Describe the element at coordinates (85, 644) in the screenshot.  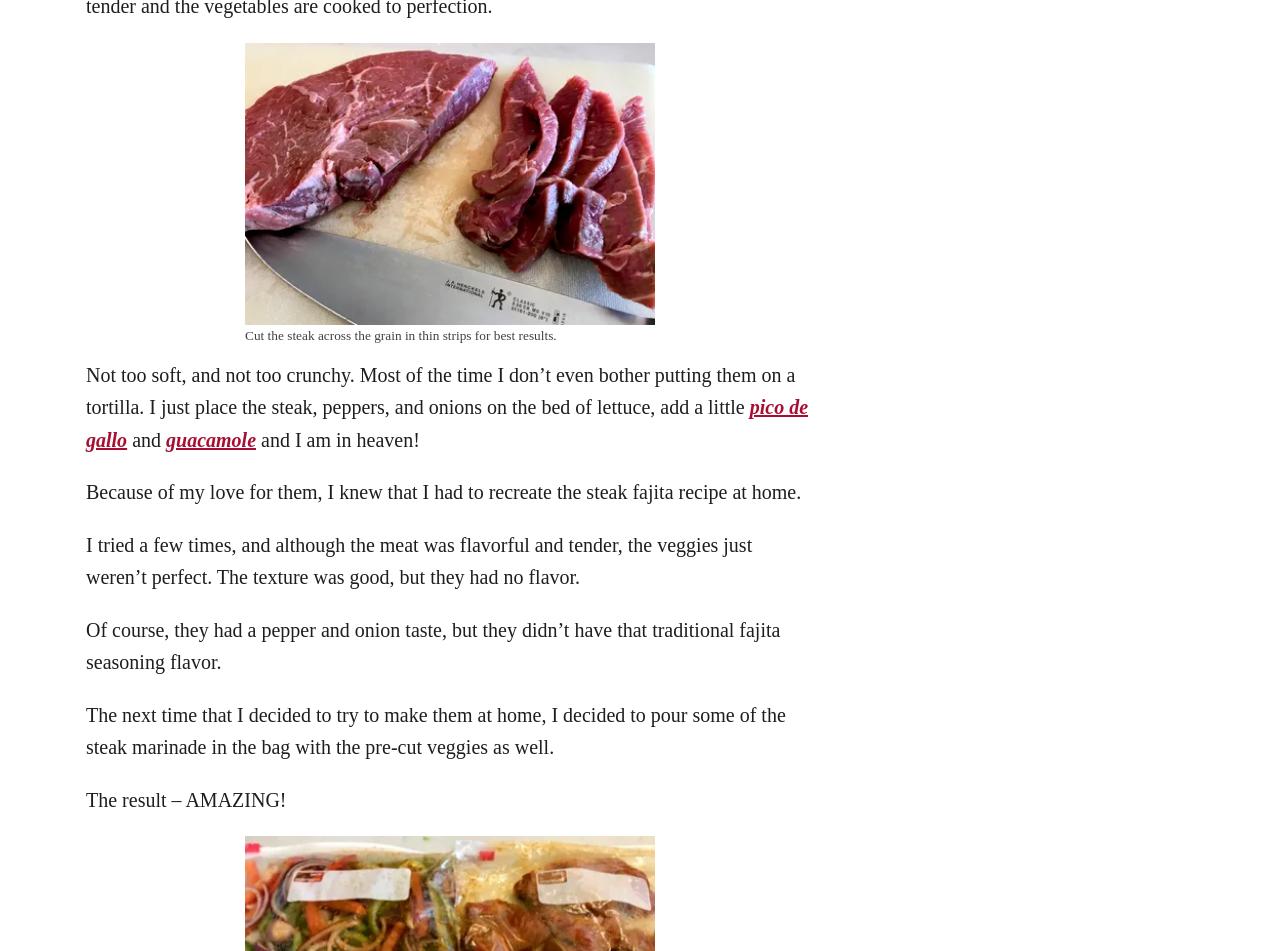
I see `'Of course, they had a pepper and onion taste, but they didn’t have that traditional fajita seasoning flavor.'` at that location.